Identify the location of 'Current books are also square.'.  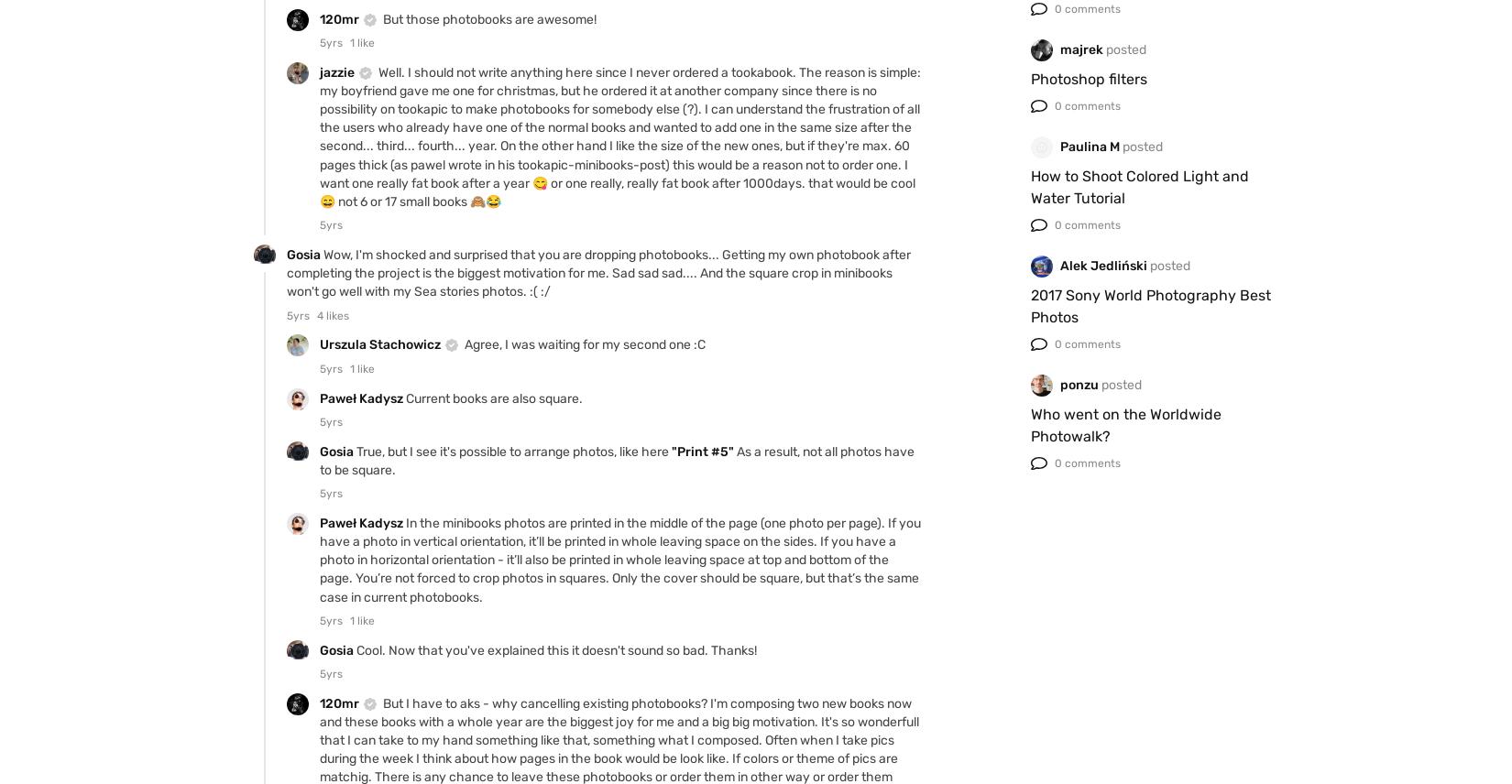
(493, 397).